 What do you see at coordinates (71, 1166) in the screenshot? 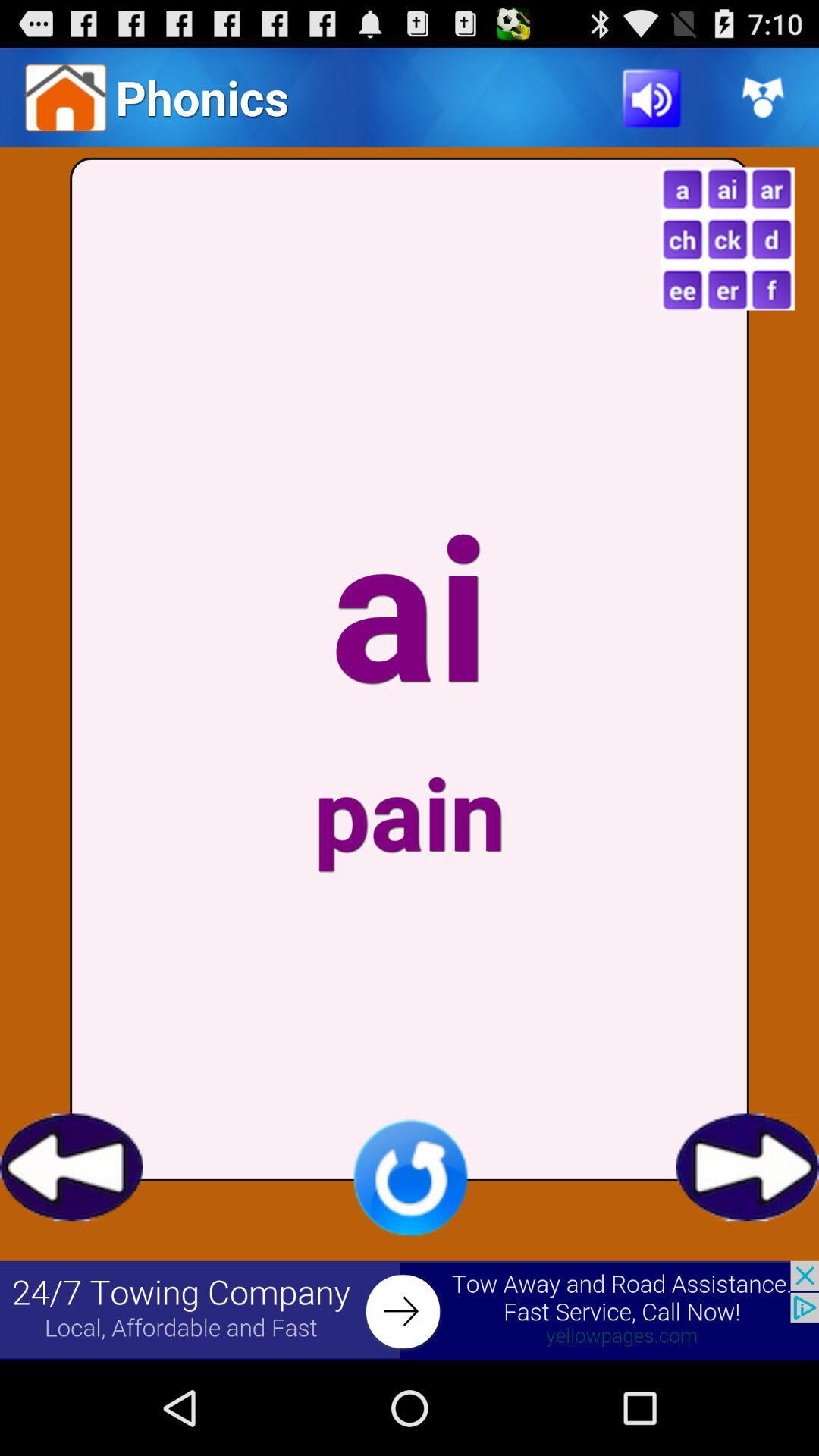
I see `return` at bounding box center [71, 1166].